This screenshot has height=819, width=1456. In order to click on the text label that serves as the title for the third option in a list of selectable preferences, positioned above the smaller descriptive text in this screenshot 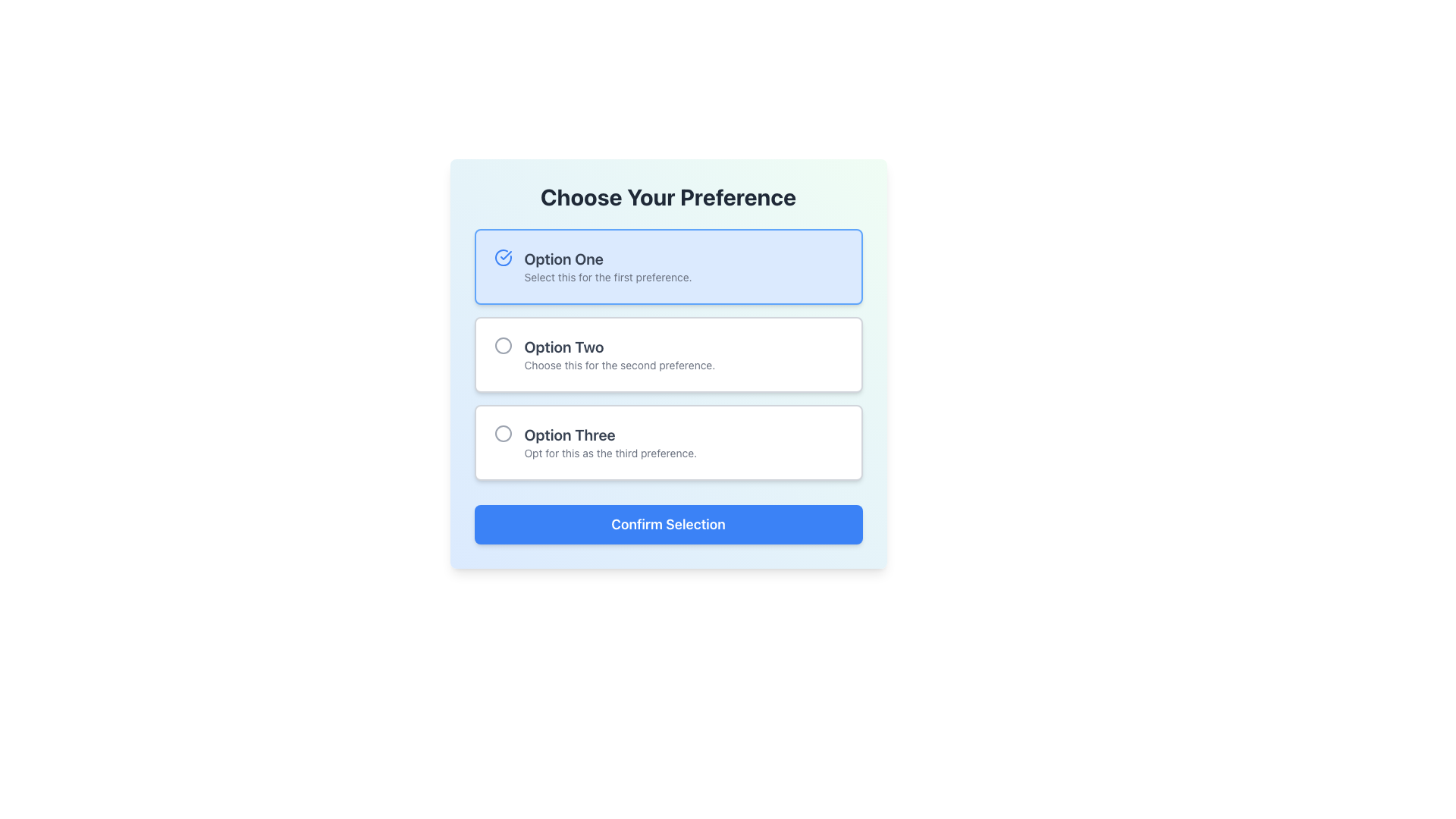, I will do `click(610, 435)`.